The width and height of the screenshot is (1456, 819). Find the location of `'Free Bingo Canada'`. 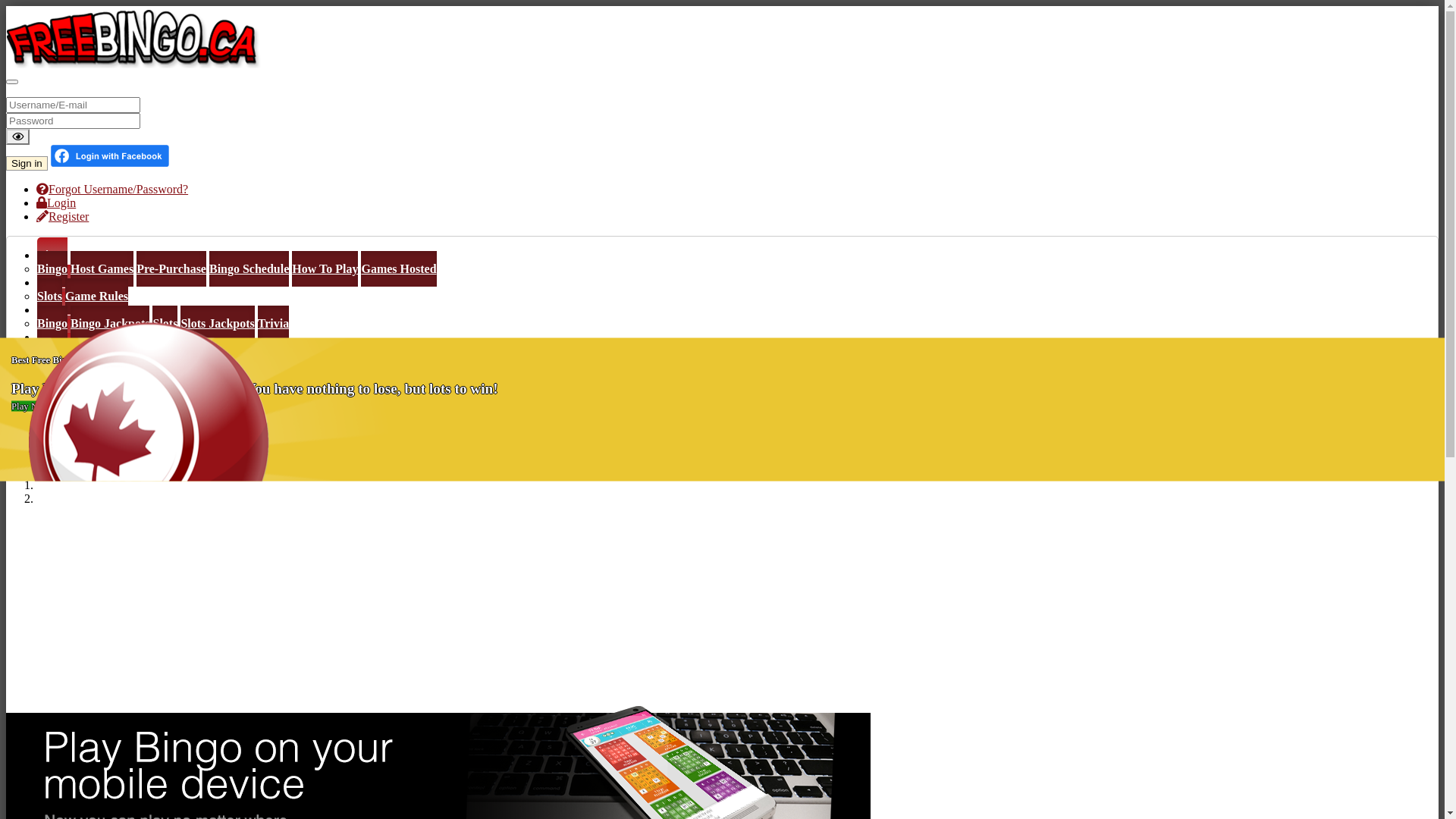

'Free Bingo Canada' is located at coordinates (139, 63).